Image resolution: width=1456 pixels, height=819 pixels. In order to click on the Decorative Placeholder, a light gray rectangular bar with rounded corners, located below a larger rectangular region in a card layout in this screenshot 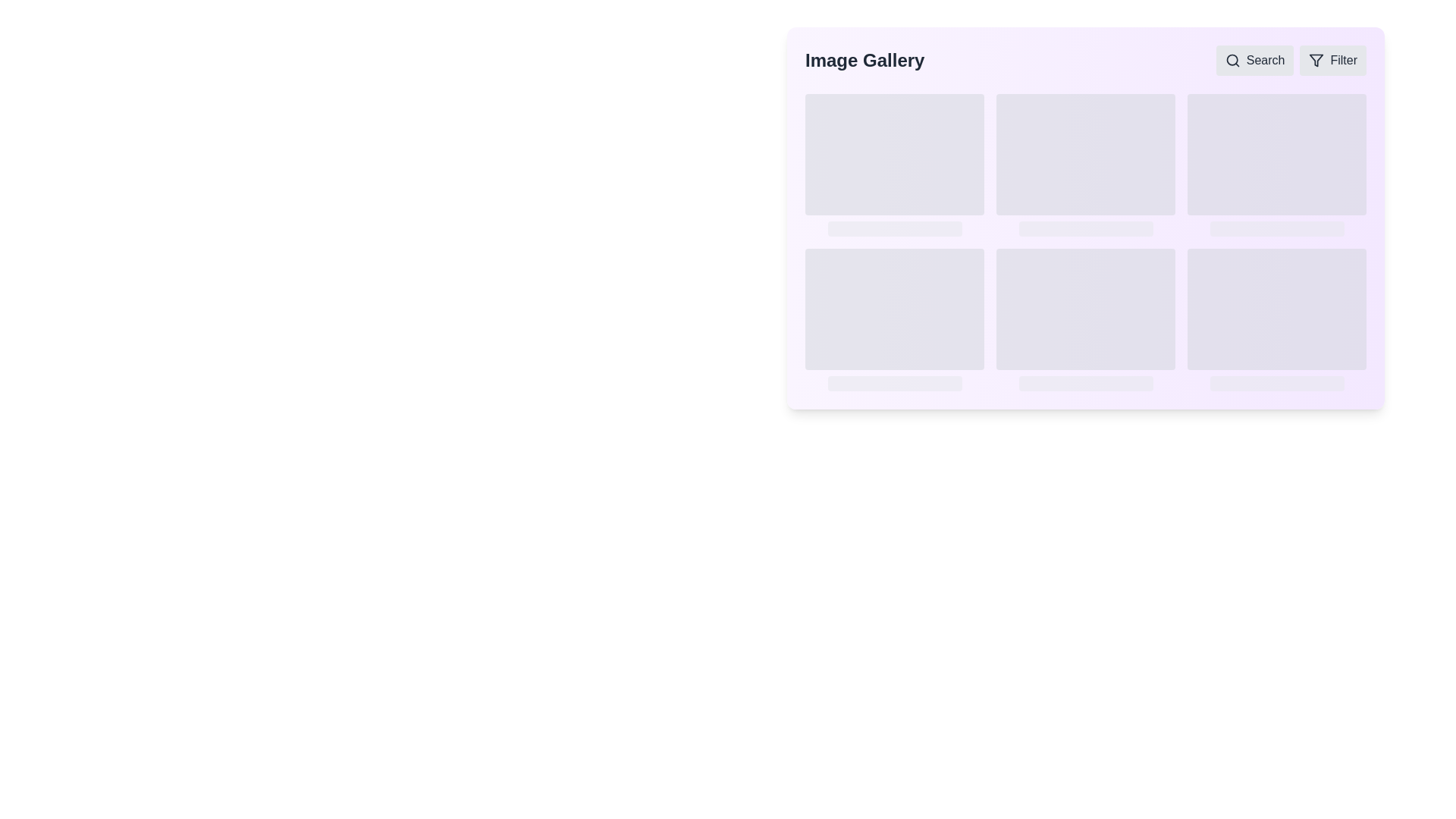, I will do `click(1084, 382)`.